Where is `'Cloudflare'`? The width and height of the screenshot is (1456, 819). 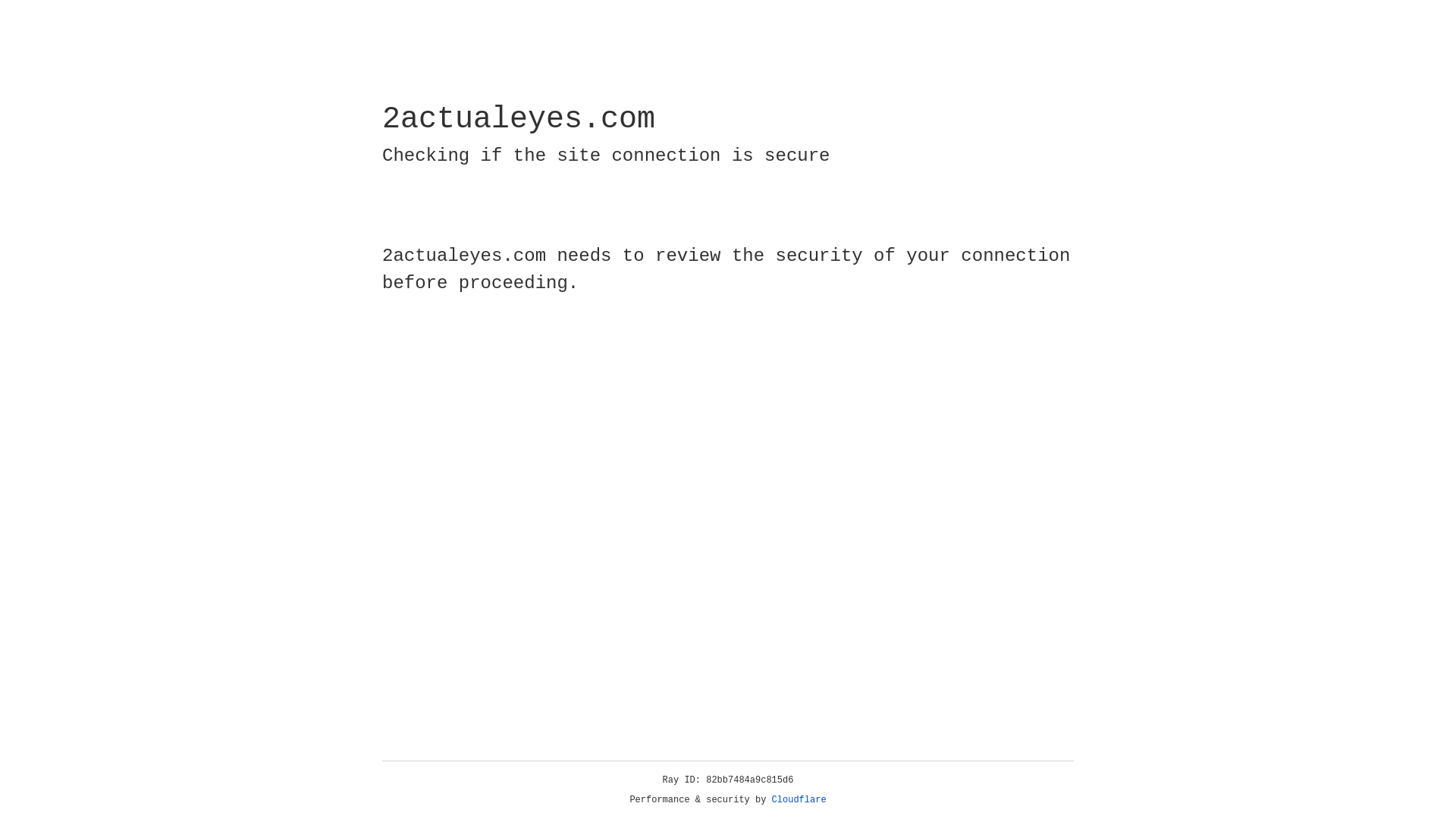
'Cloudflare' is located at coordinates (799, 799).